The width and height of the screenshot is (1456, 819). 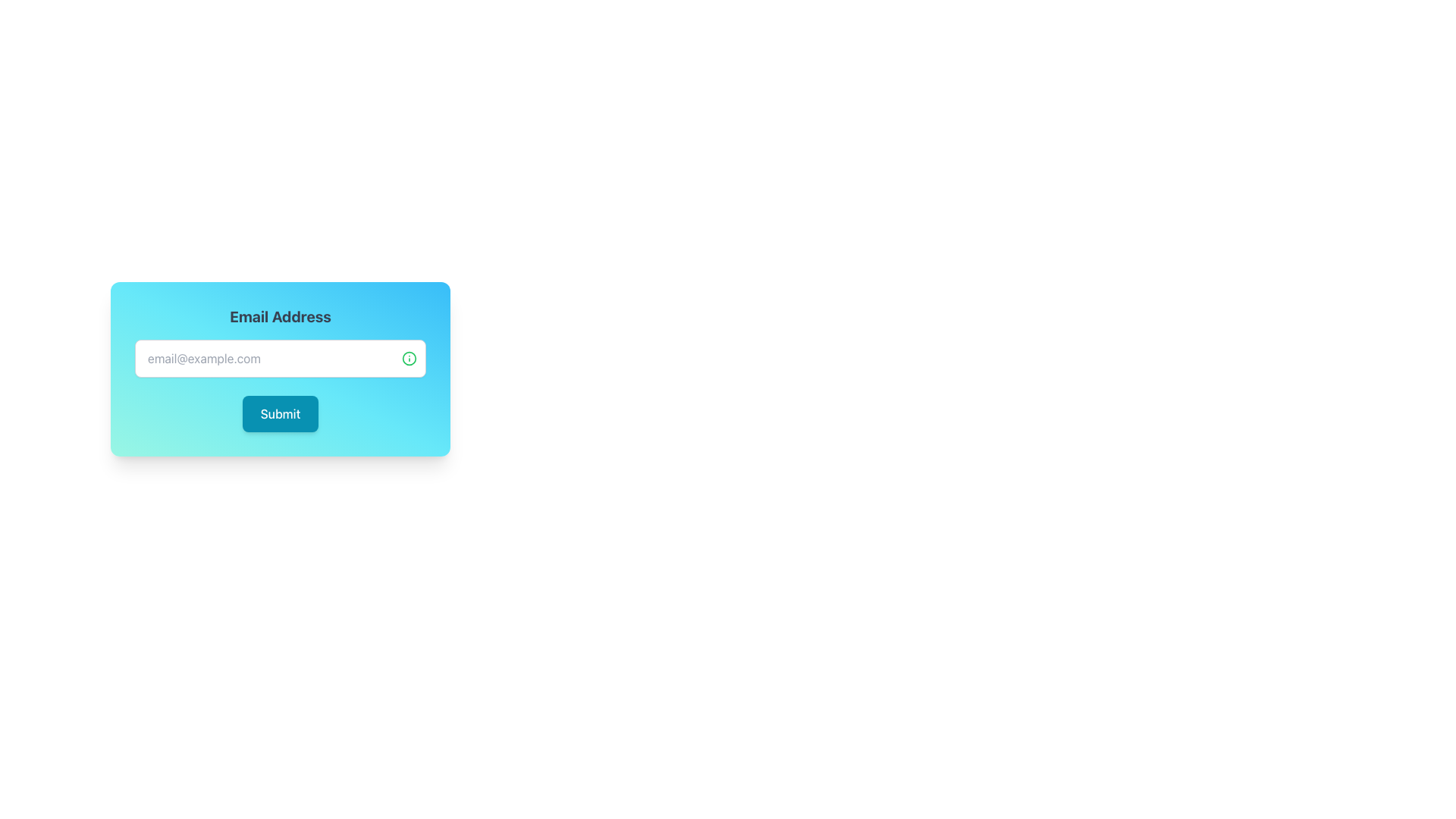 I want to click on the 'Submit' button, so click(x=280, y=414).